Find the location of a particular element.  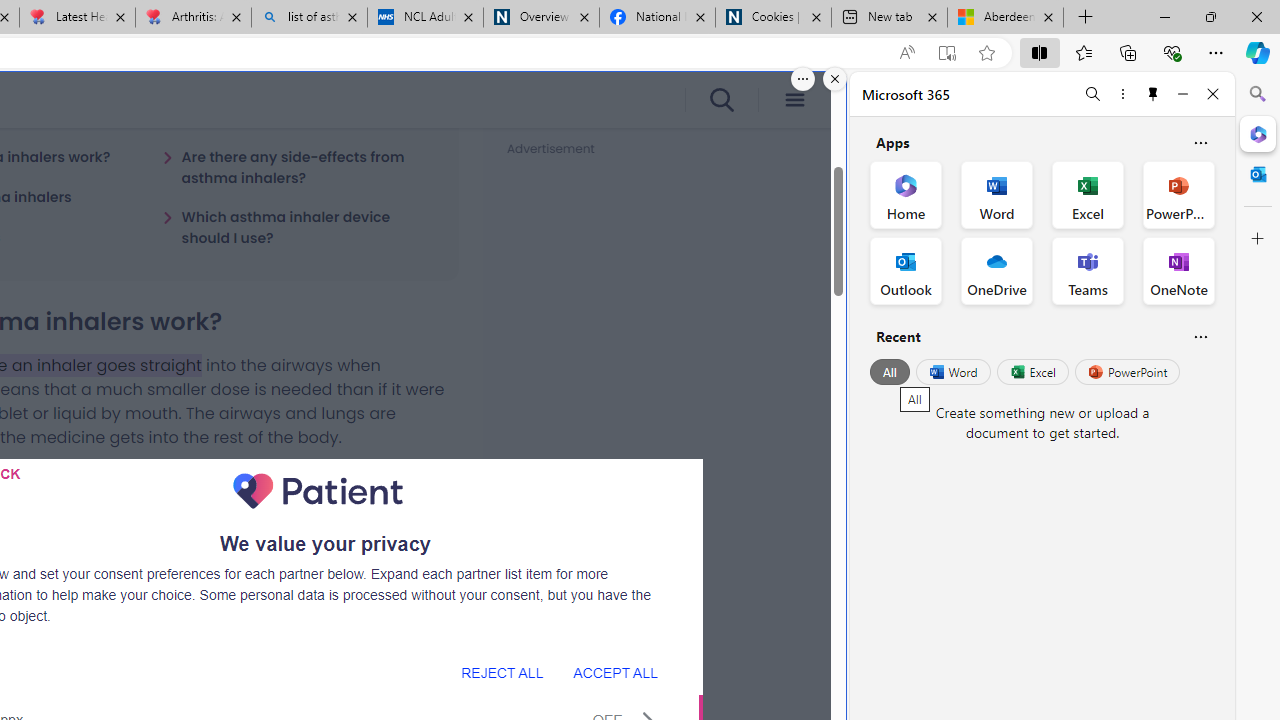

'Close Customize pane' is located at coordinates (1257, 238).